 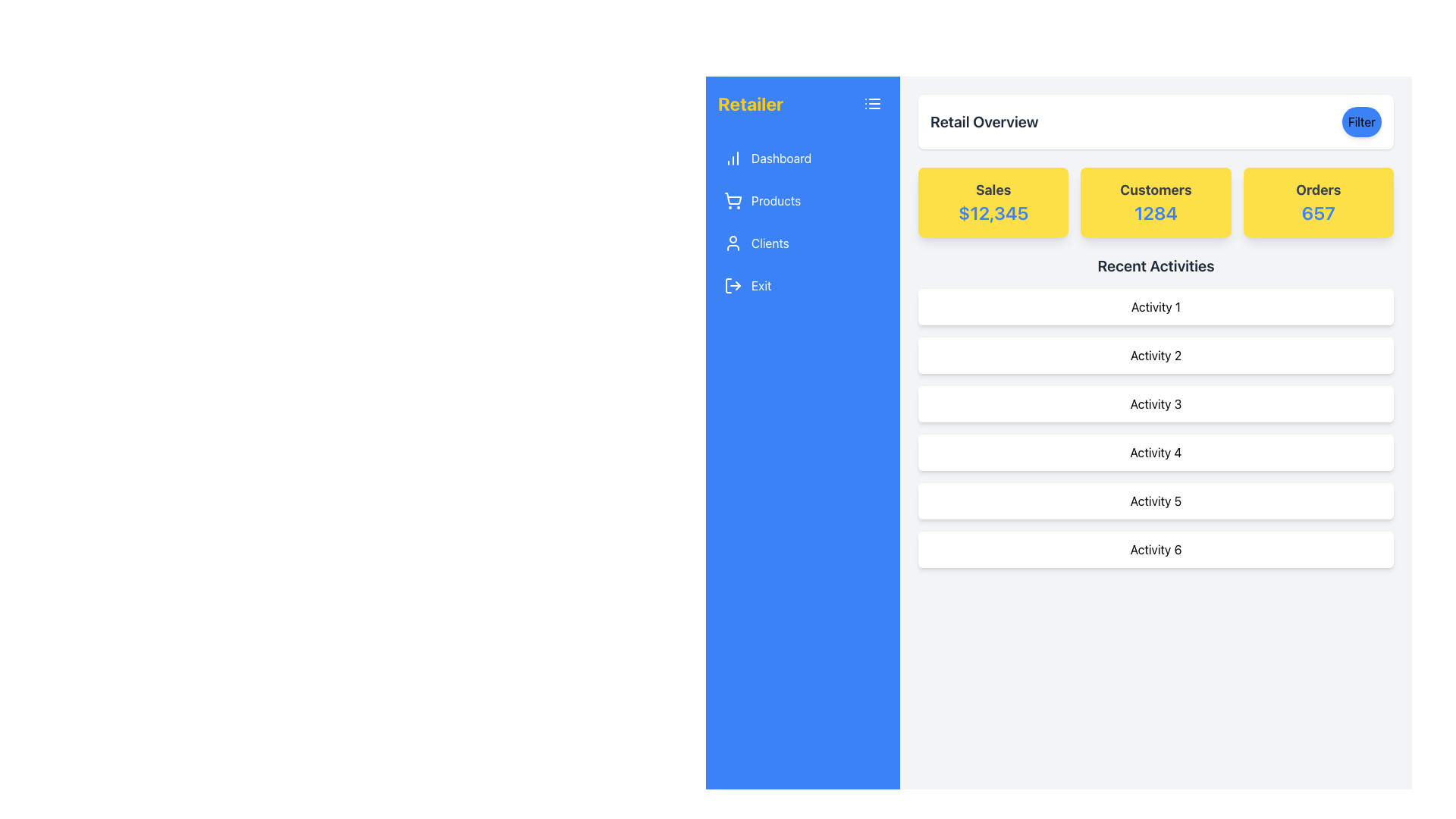 What do you see at coordinates (802, 222) in the screenshot?
I see `the 'Products' menu item in the blue sidebar panel` at bounding box center [802, 222].